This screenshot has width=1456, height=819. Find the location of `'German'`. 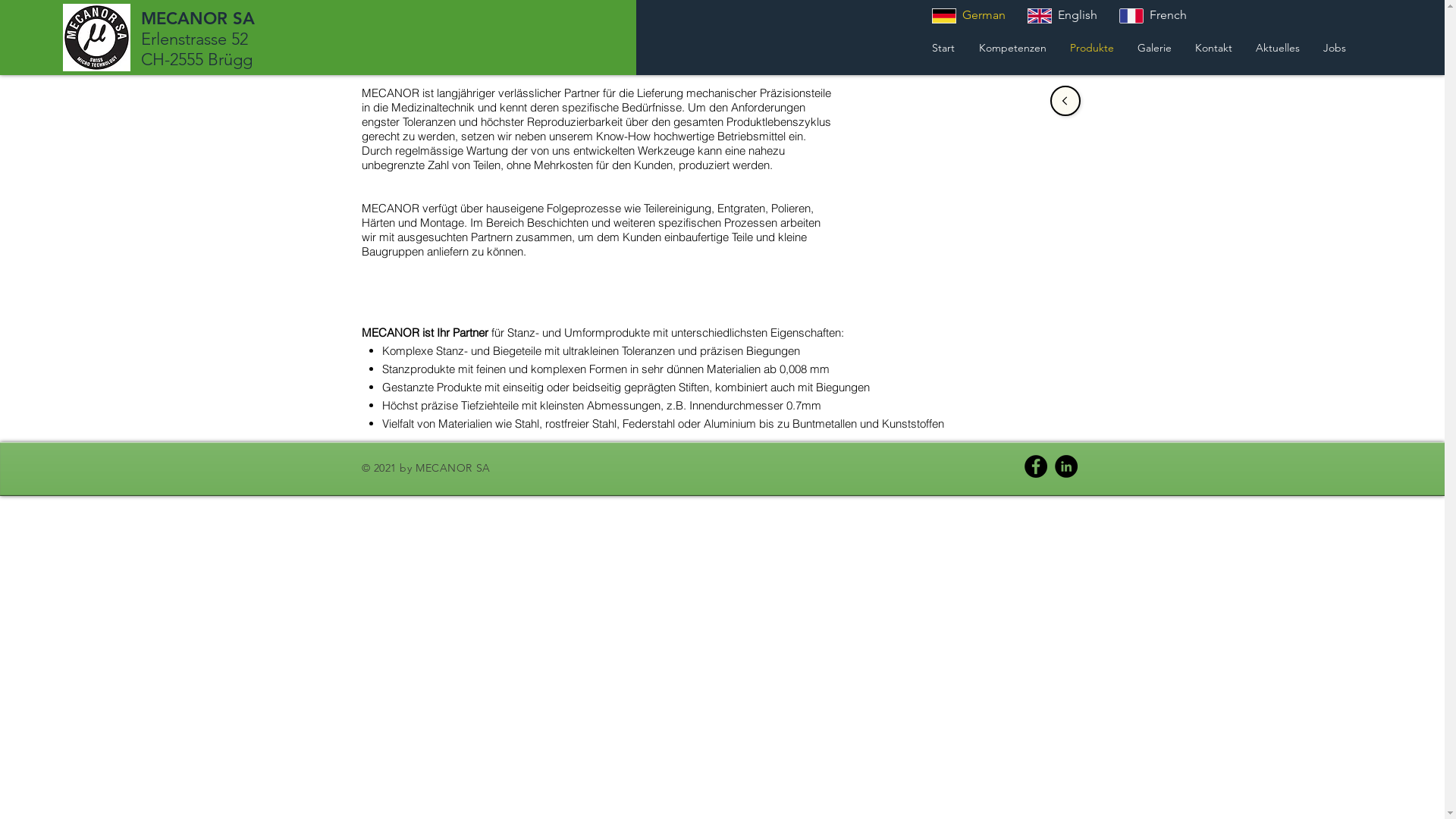

'German' is located at coordinates (968, 15).